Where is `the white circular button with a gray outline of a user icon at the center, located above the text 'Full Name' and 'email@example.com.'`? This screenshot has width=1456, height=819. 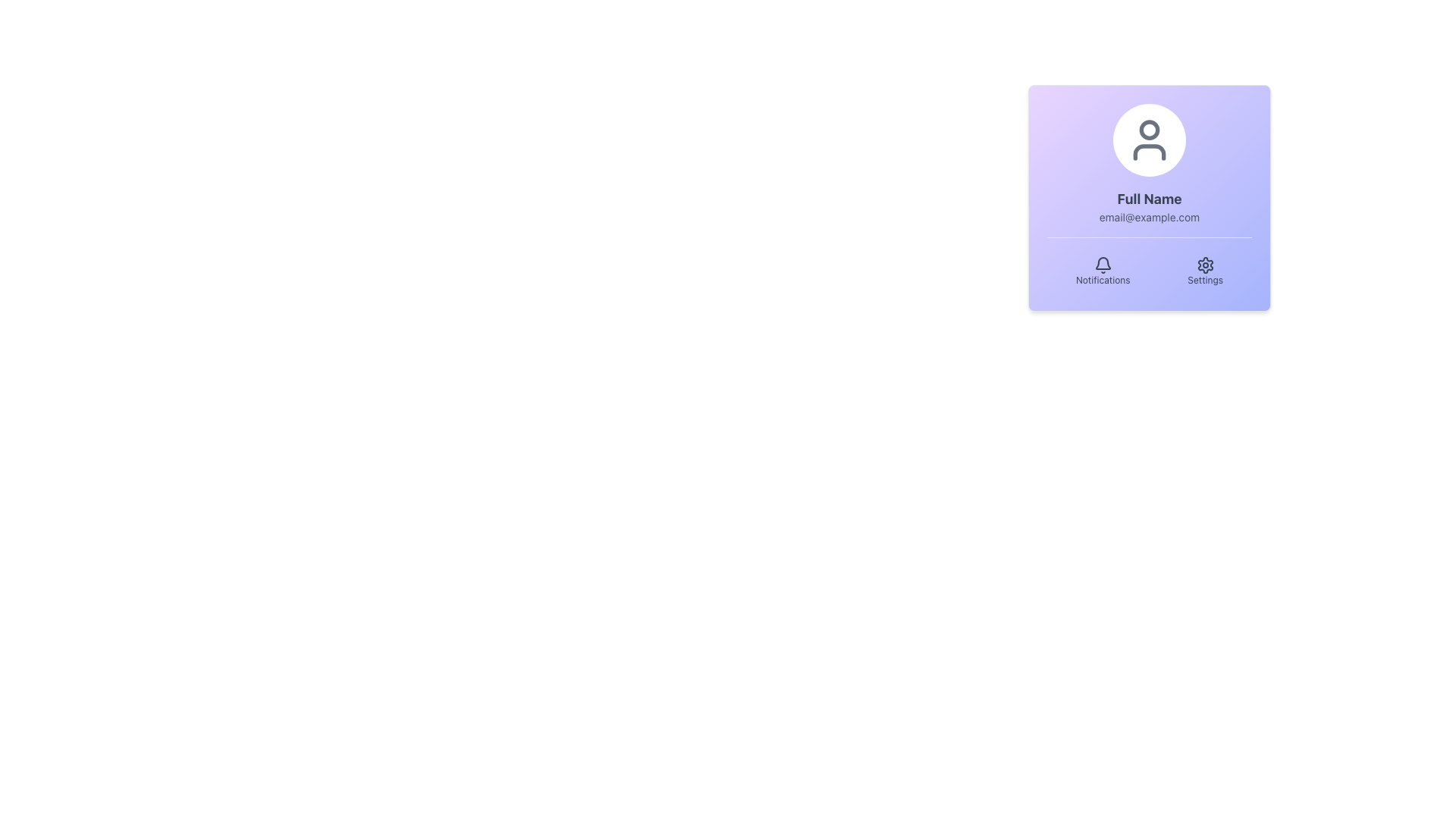 the white circular button with a gray outline of a user icon at the center, located above the text 'Full Name' and 'email@example.com.' is located at coordinates (1150, 140).